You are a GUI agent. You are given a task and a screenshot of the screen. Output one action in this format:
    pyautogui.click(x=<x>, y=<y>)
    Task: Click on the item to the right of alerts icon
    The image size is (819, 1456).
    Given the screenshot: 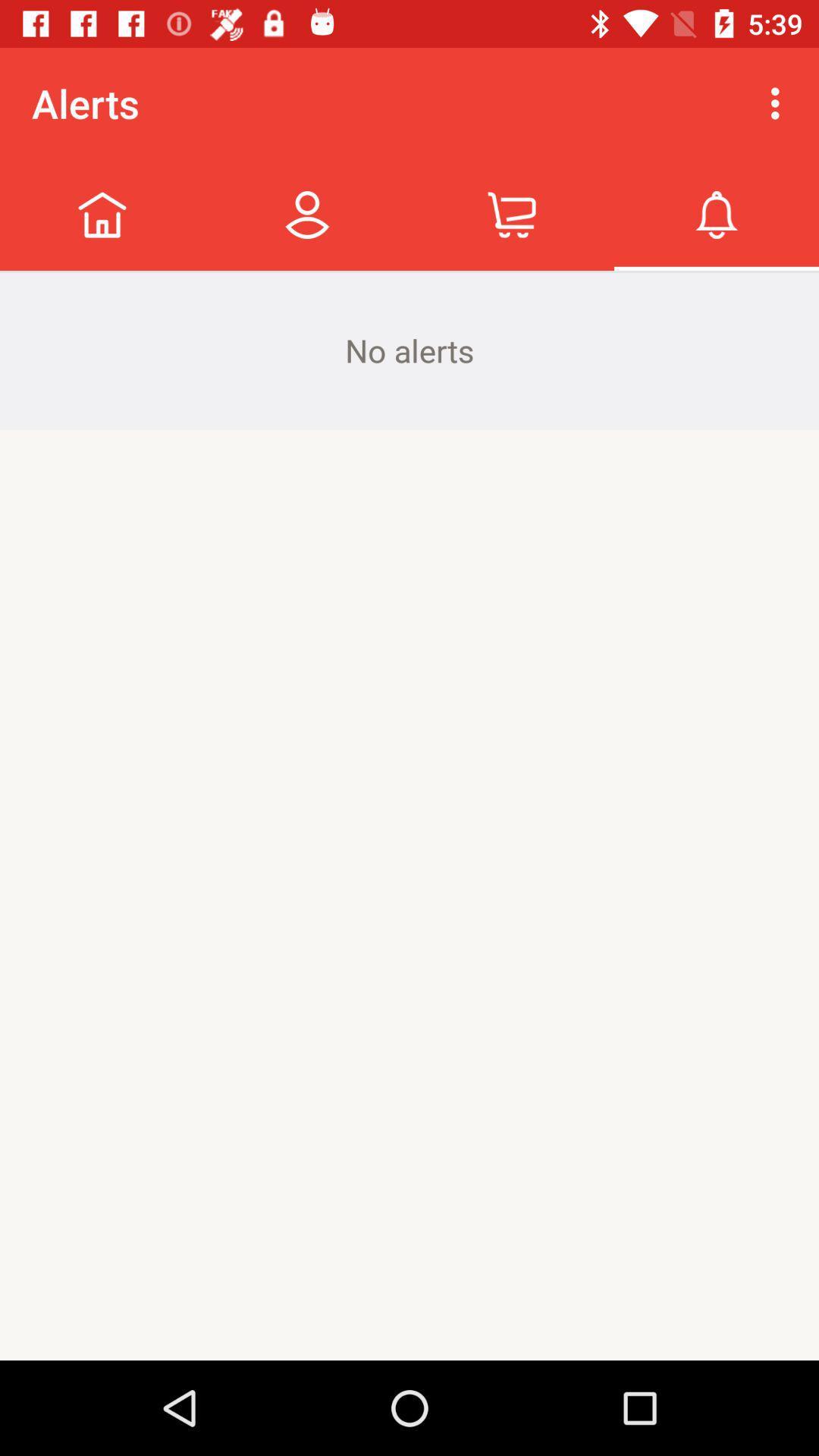 What is the action you would take?
    pyautogui.click(x=779, y=102)
    